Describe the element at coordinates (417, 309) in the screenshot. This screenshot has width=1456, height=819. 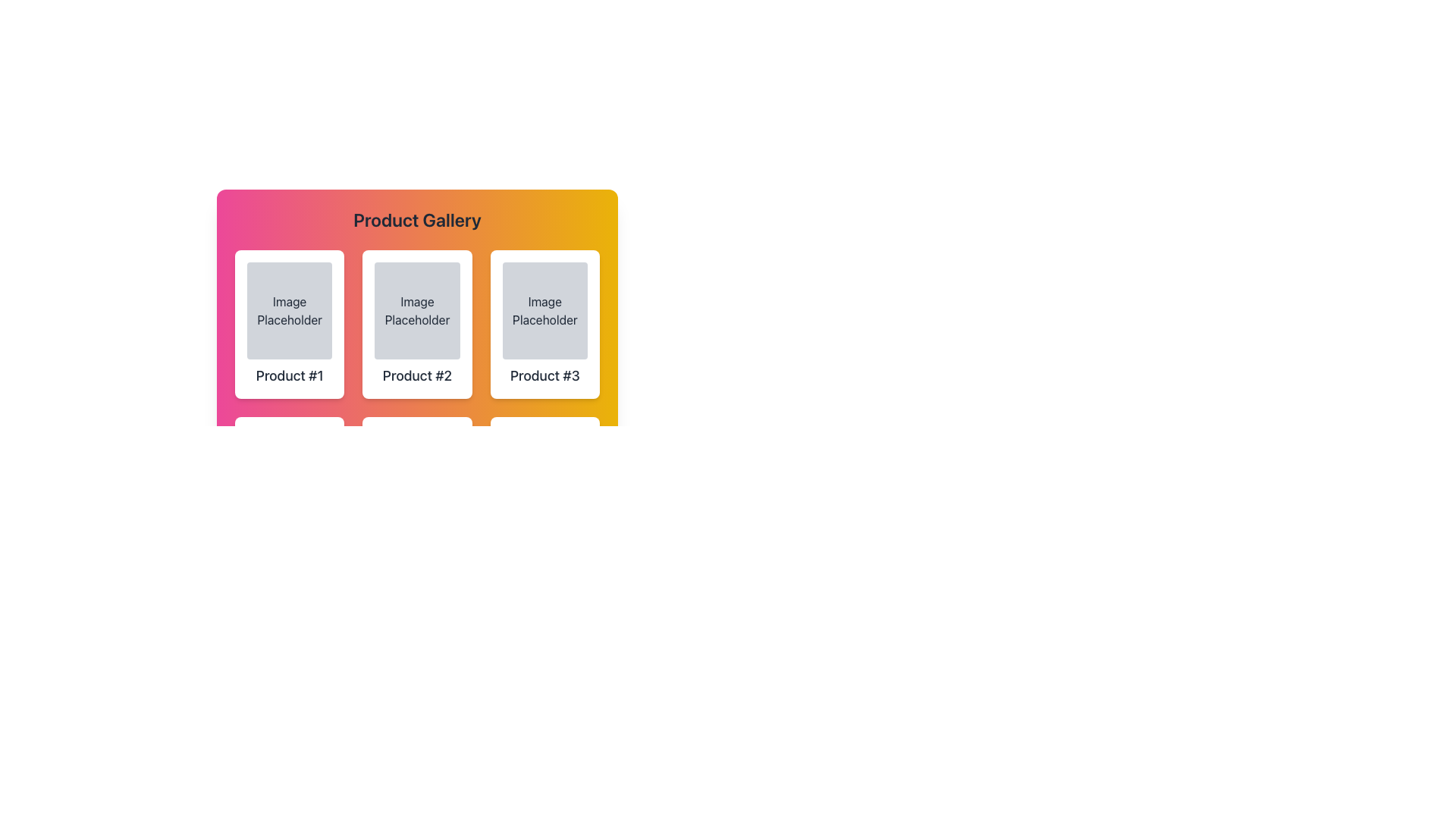
I see `the 'Image Placeholder' element, which has a light gray background and is centered above the text 'Product #2'` at that location.